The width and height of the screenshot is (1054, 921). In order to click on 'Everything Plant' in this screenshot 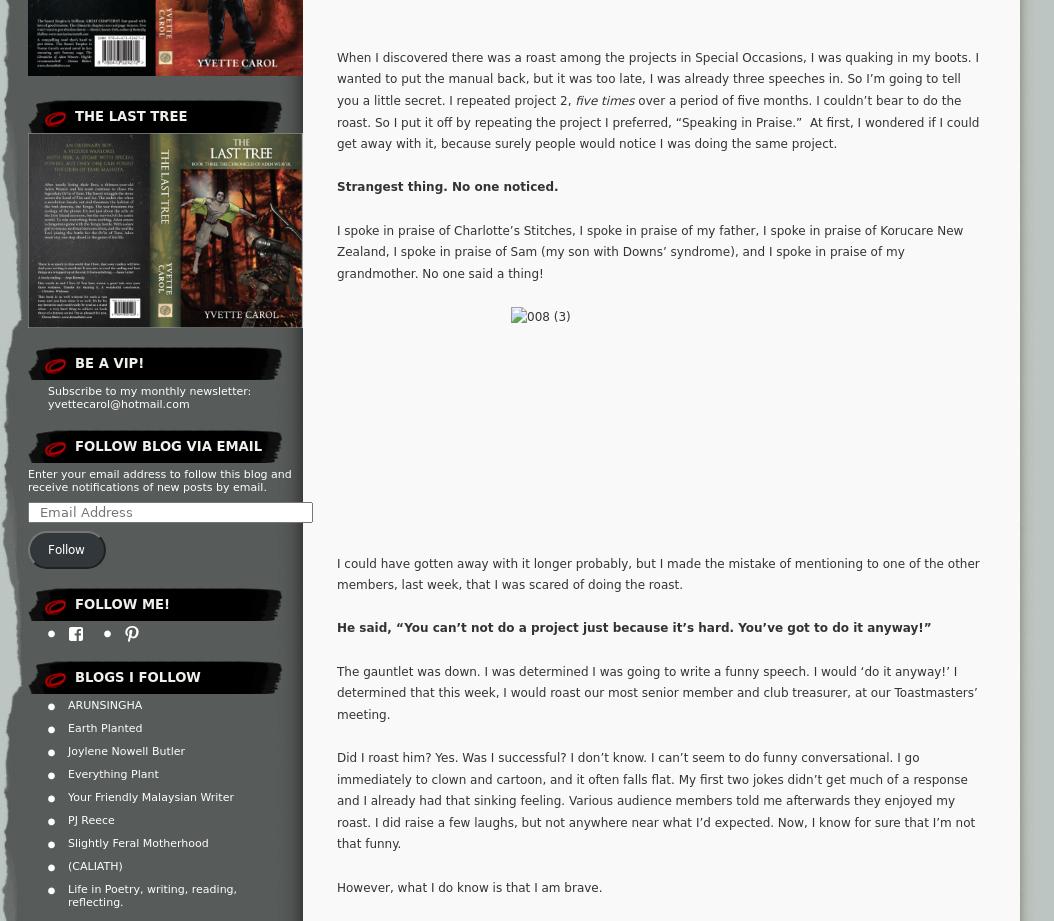, I will do `click(66, 773)`.